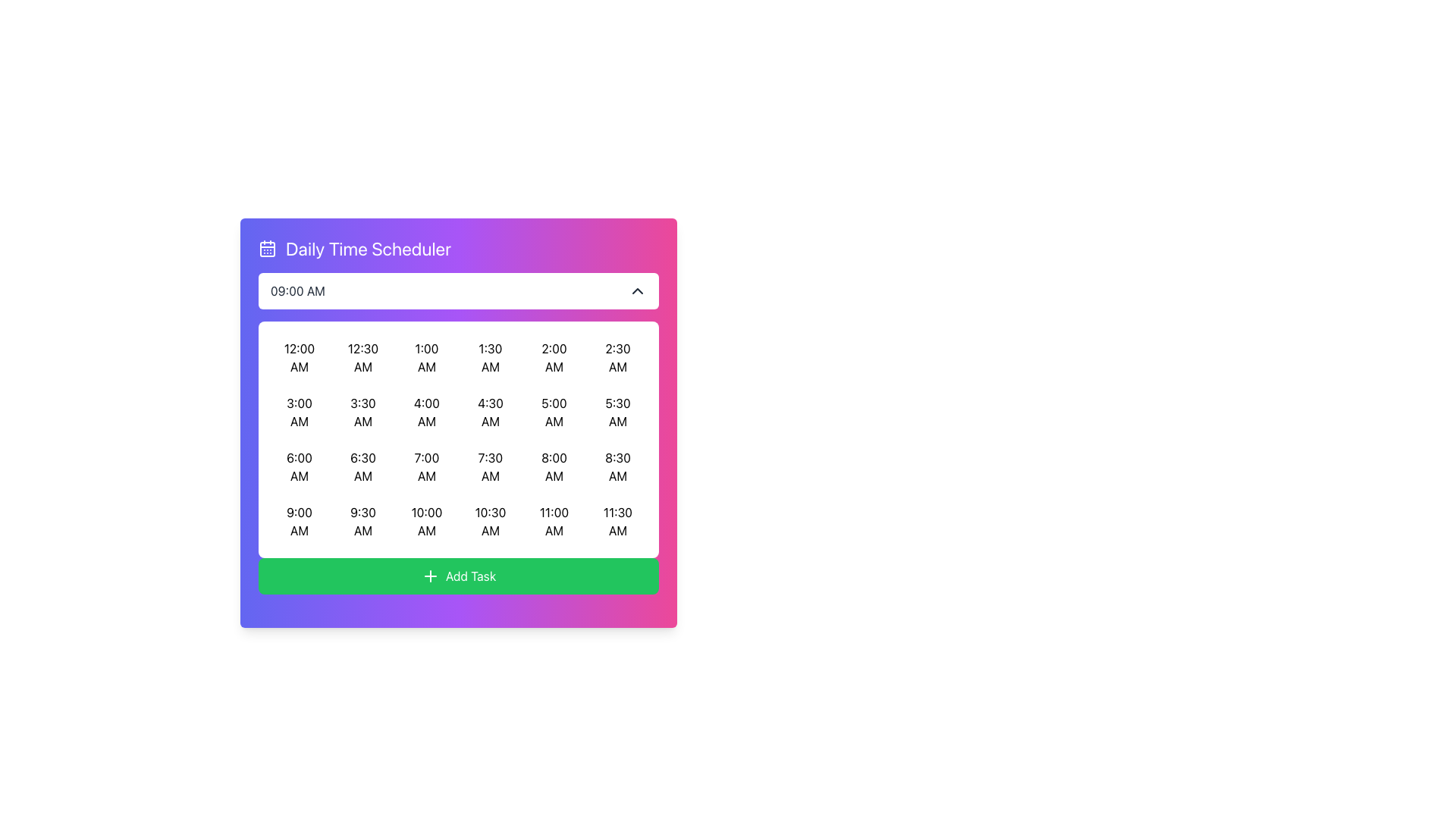 This screenshot has width=1456, height=819. Describe the element at coordinates (299, 520) in the screenshot. I see `the '9:00 AM' time selection button in the Daily Time Scheduler grid` at that location.